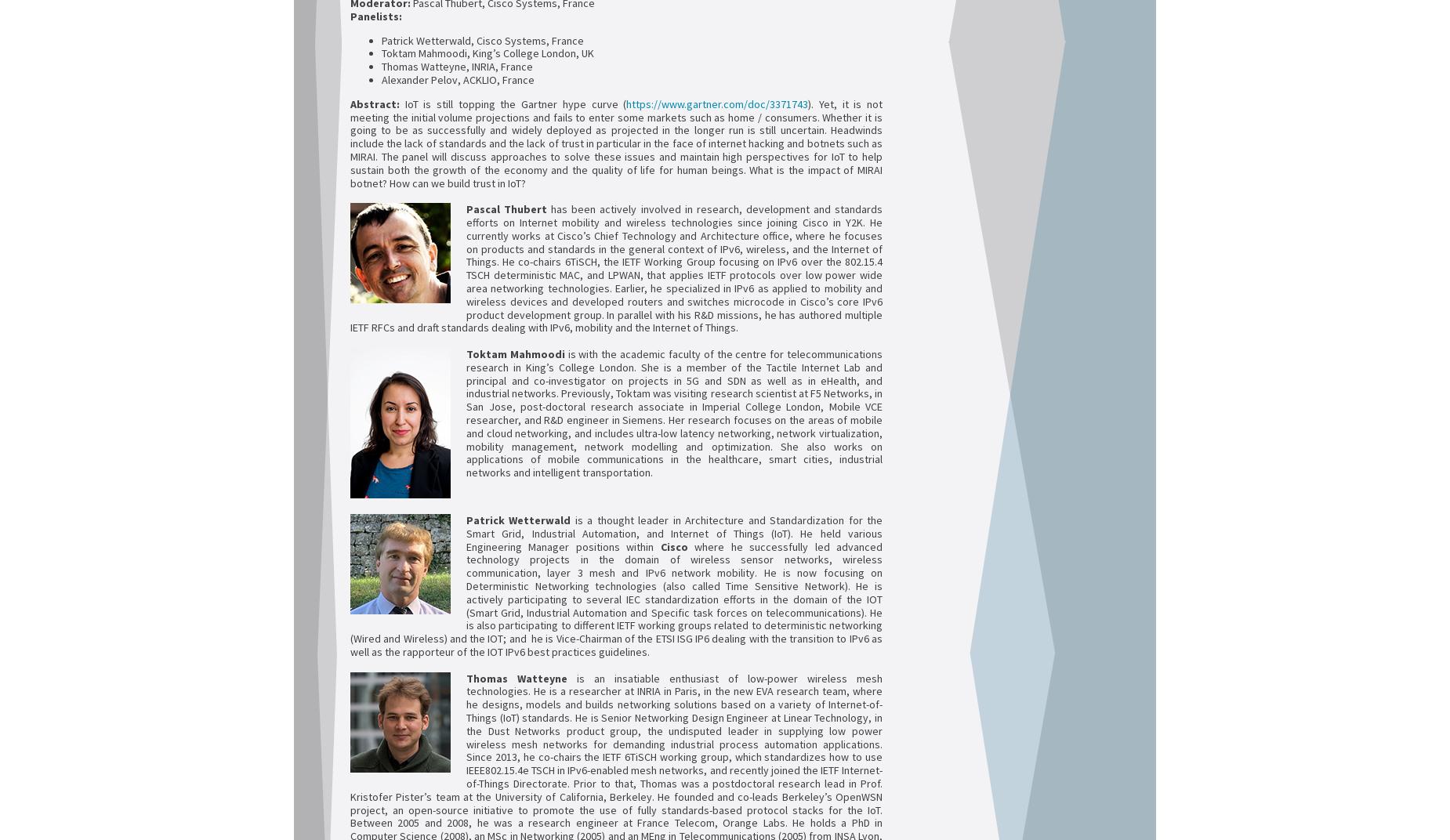  I want to click on 'Patrick Wetterwald, Cisco Systems, France', so click(483, 39).